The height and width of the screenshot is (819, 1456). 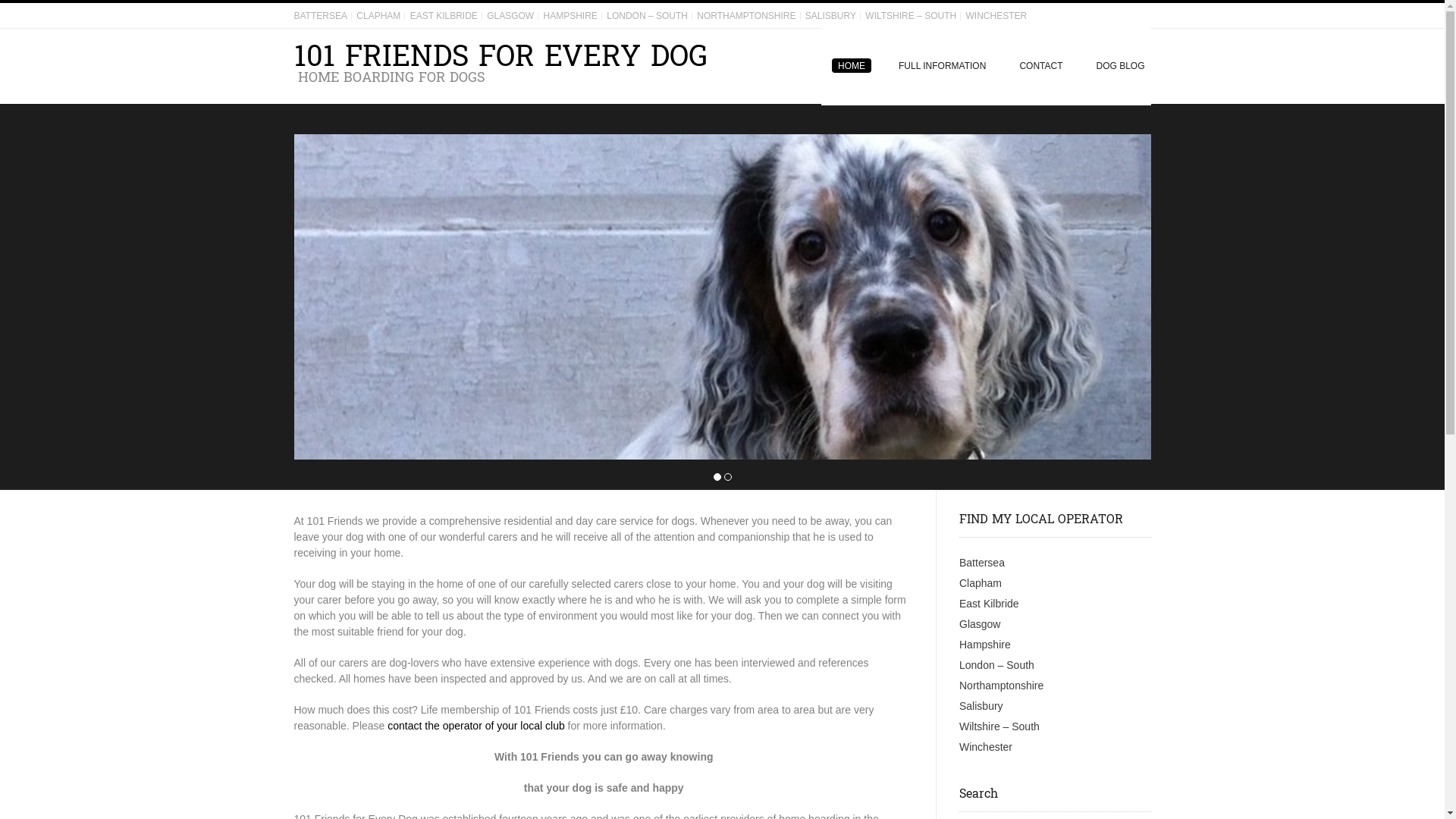 I want to click on 'EAST KILBRIDE', so click(x=443, y=15).